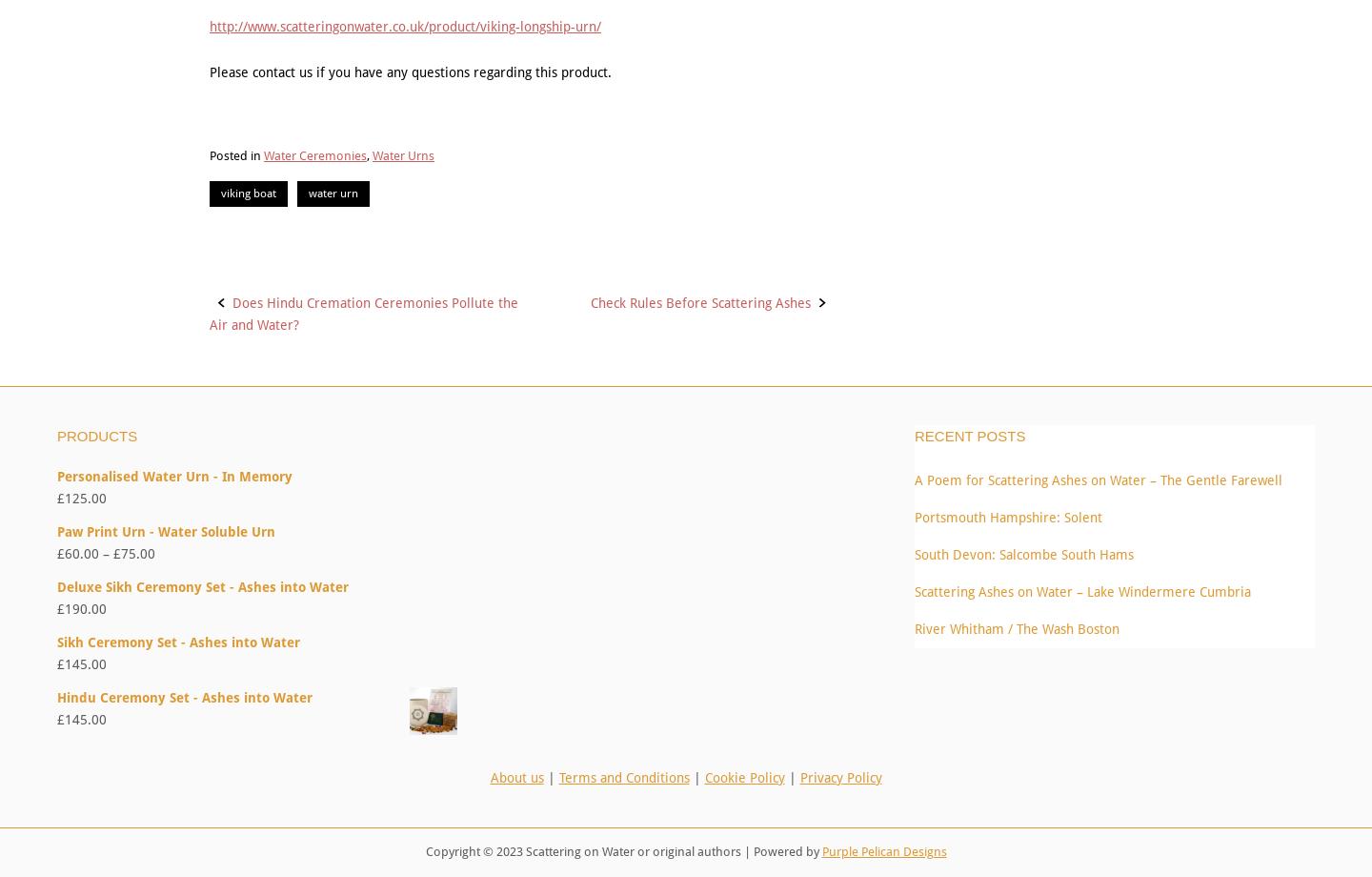 This screenshot has width=1372, height=877. Describe the element at coordinates (1008, 516) in the screenshot. I see `'Portsmouth Hampshire: Solent'` at that location.